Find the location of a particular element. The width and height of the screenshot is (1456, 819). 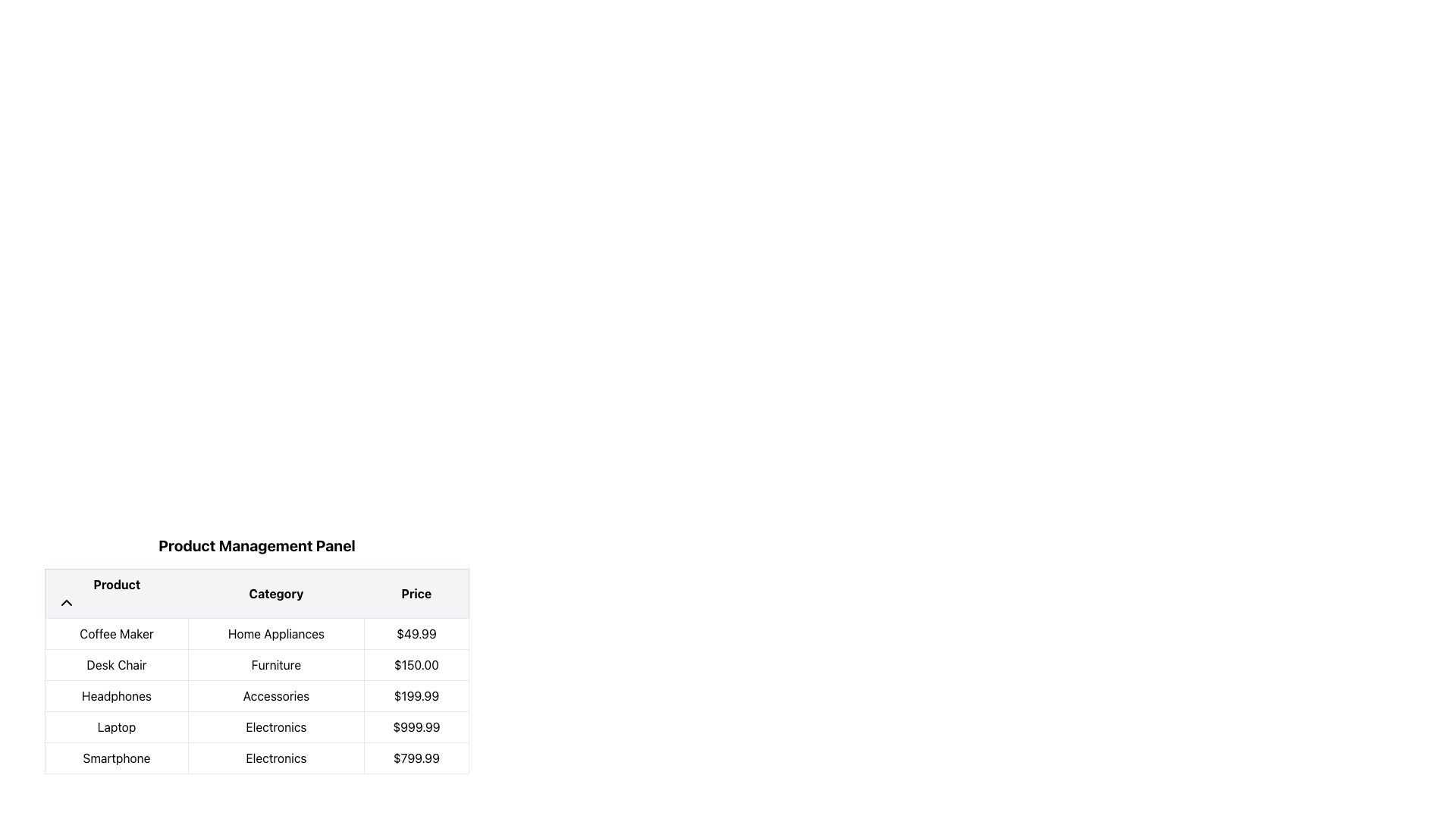

the category text element in the middle cell of the third row of the product management table, which is adjacent to 'Headphones' on the left and '$199.99' on the right is located at coordinates (276, 696).